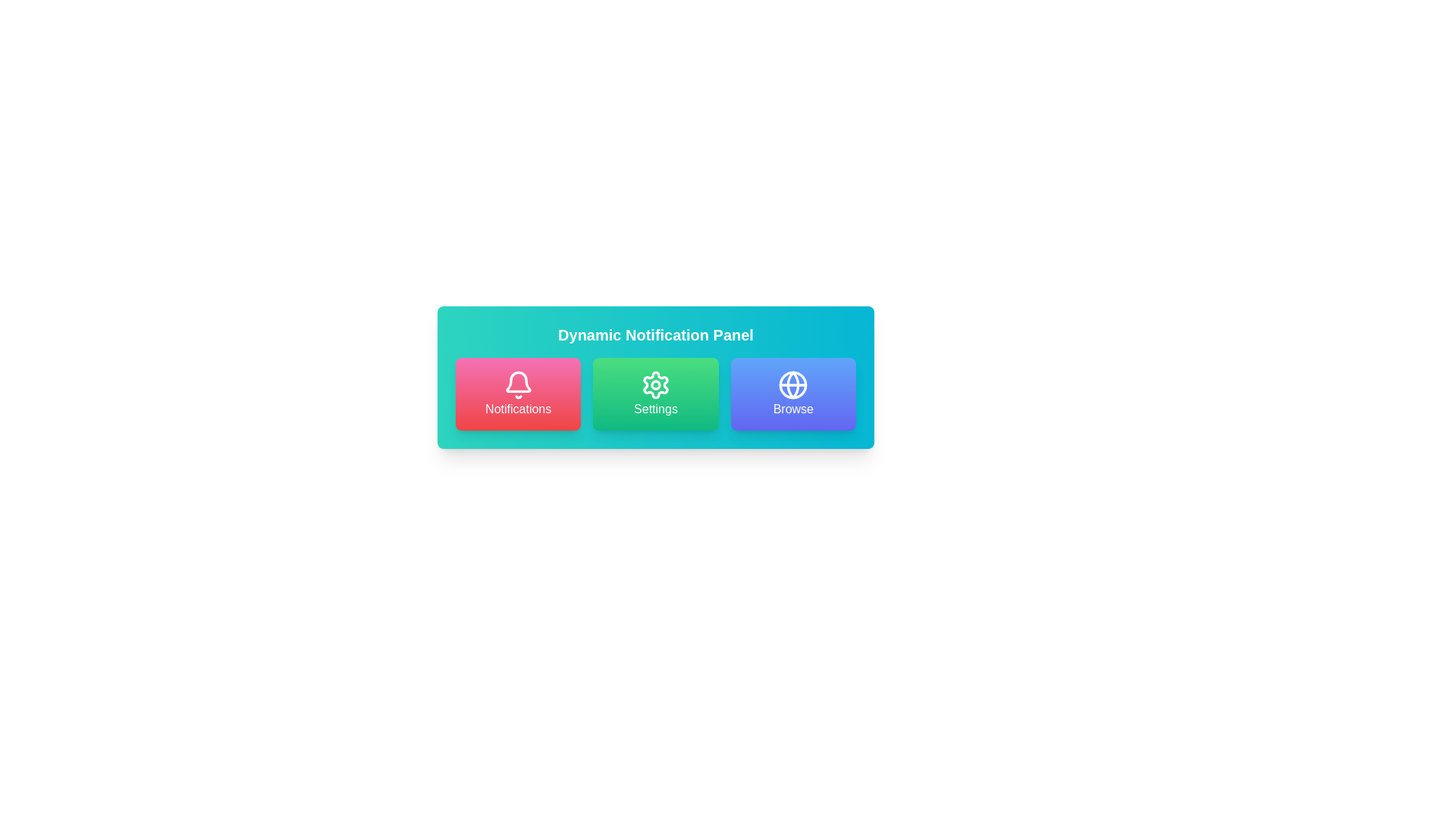 The height and width of the screenshot is (819, 1456). Describe the element at coordinates (655, 394) in the screenshot. I see `the settings button, which is the second button in a horizontal alignment of three buttons in the interface layout` at that location.